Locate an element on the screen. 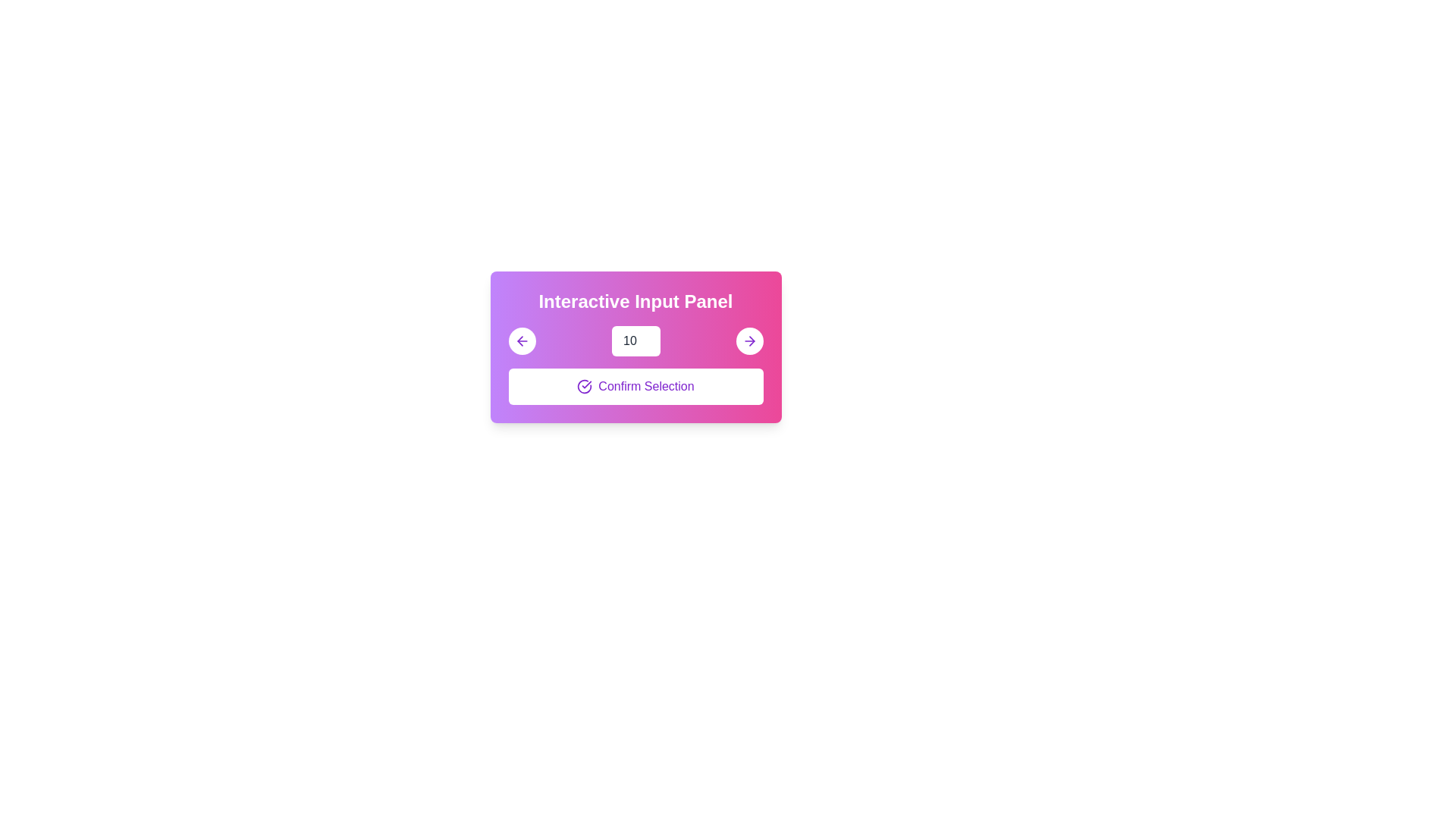 The width and height of the screenshot is (1456, 819). the Number input field located in the Interactive Input Panel to focus and edit the number value preset to '10' is located at coordinates (635, 341).